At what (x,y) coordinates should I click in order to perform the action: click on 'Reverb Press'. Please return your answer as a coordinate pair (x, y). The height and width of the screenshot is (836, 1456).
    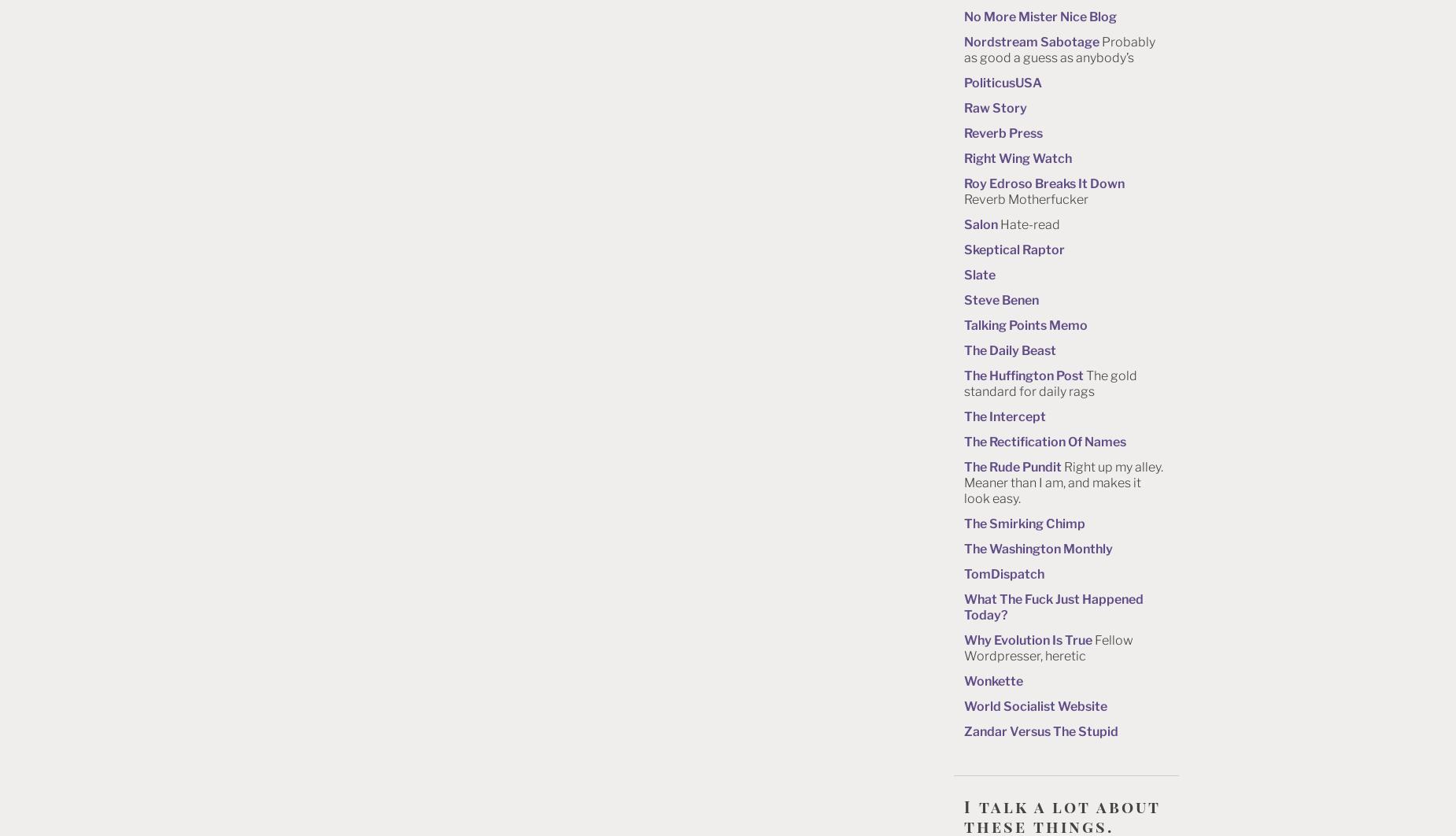
    Looking at the image, I should click on (1003, 132).